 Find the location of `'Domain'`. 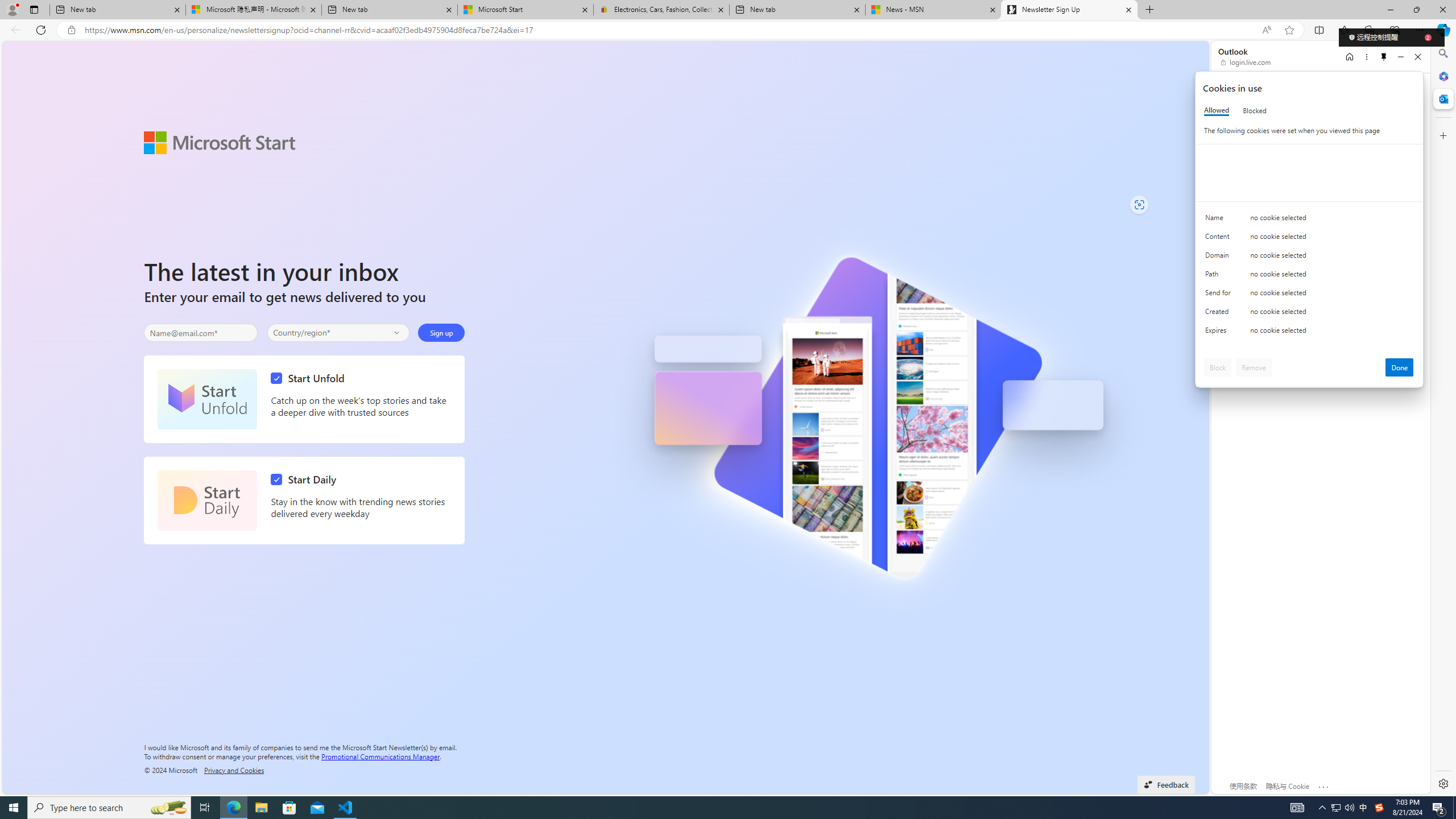

'Domain' is located at coordinates (1219, 257).